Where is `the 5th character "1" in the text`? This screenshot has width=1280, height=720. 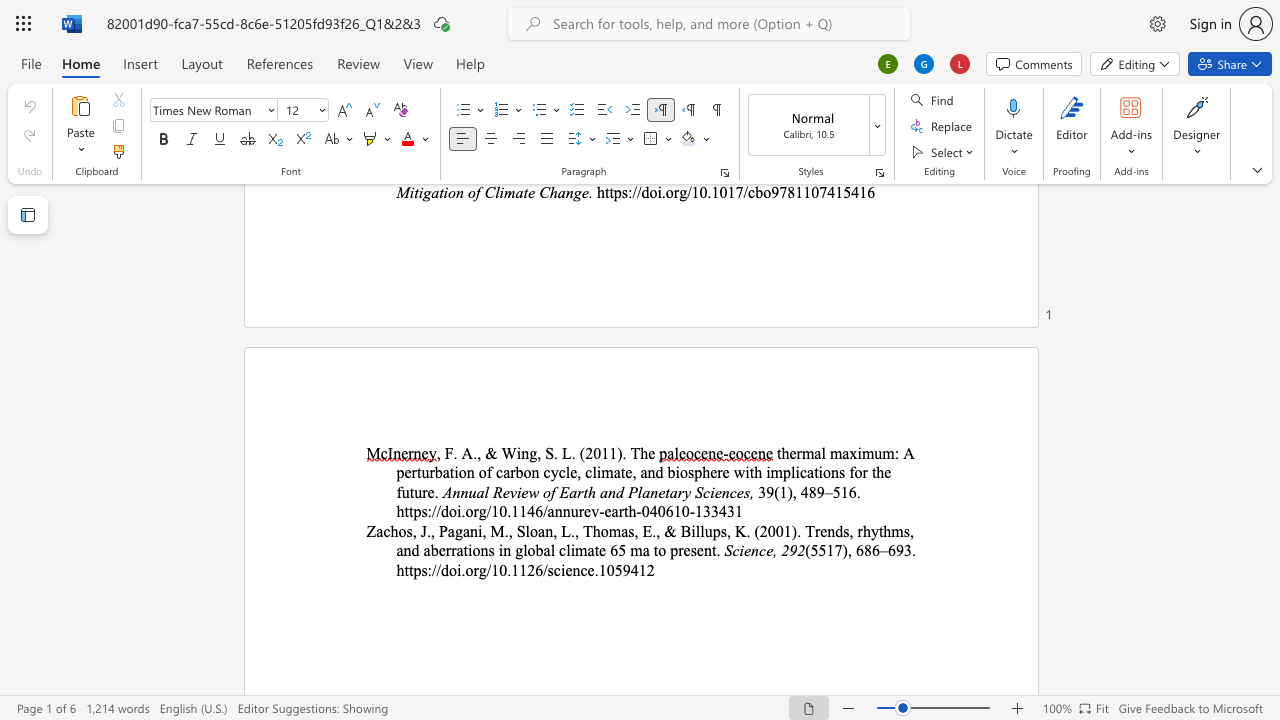
the 5th character "1" in the text is located at coordinates (807, 192).